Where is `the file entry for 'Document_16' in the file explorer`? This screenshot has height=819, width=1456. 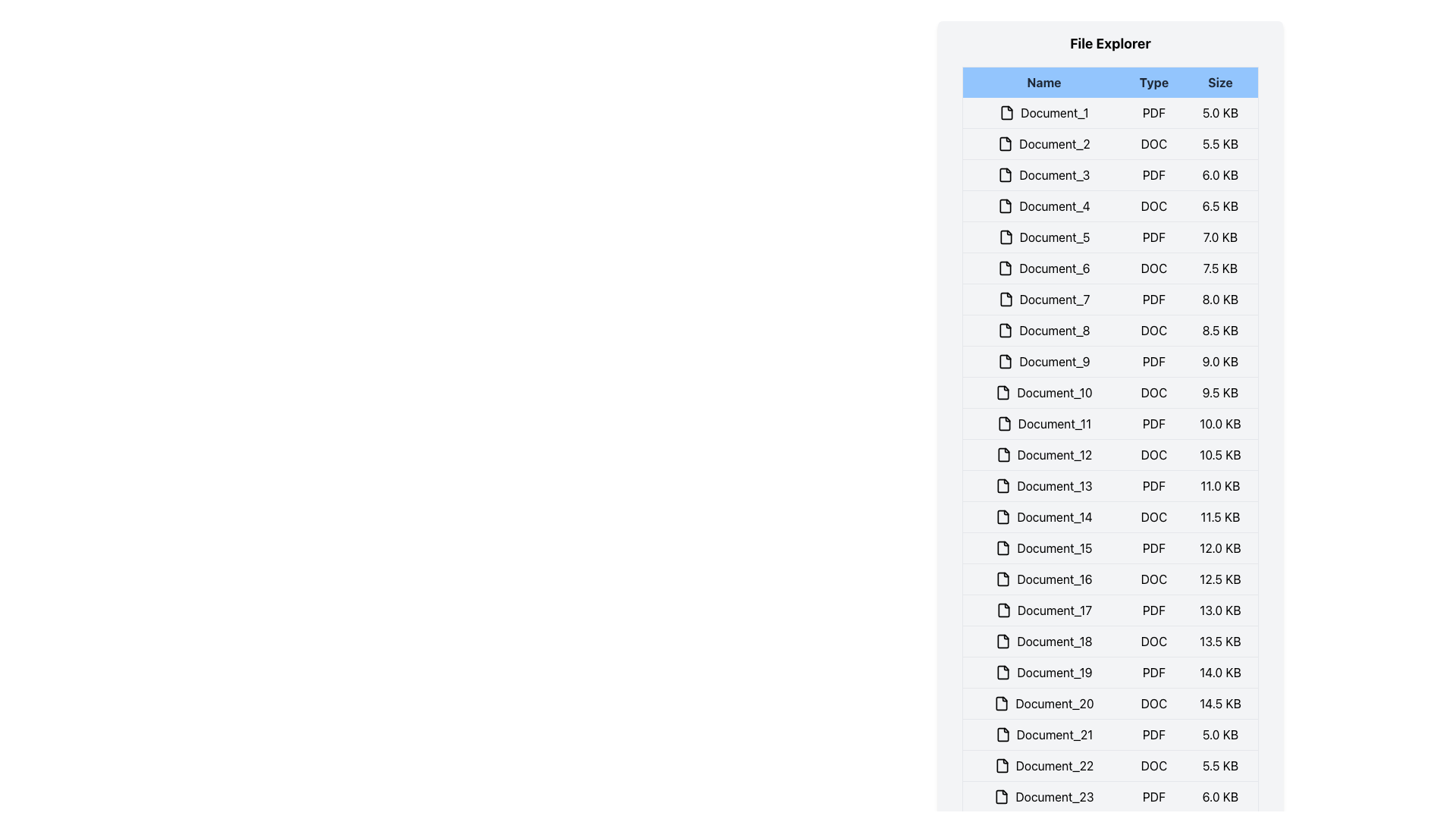
the file entry for 'Document_16' in the file explorer is located at coordinates (1110, 579).